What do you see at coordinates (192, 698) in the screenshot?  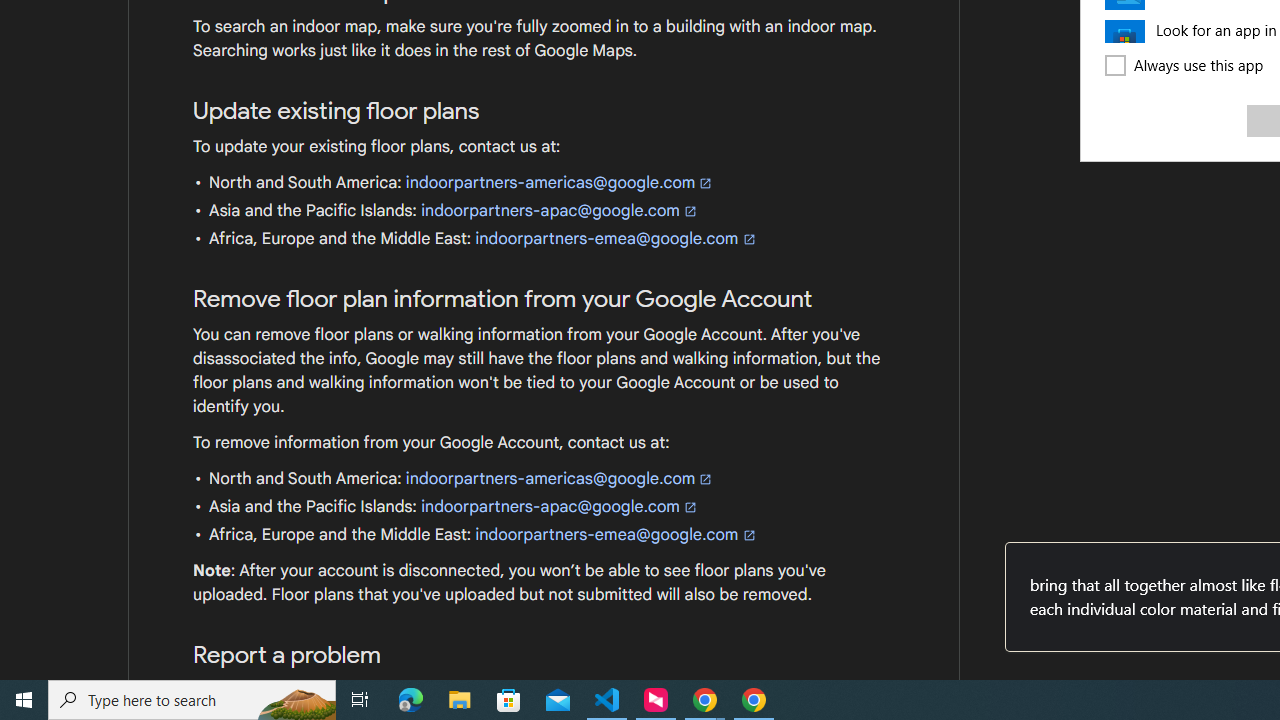 I see `'Type here to search'` at bounding box center [192, 698].